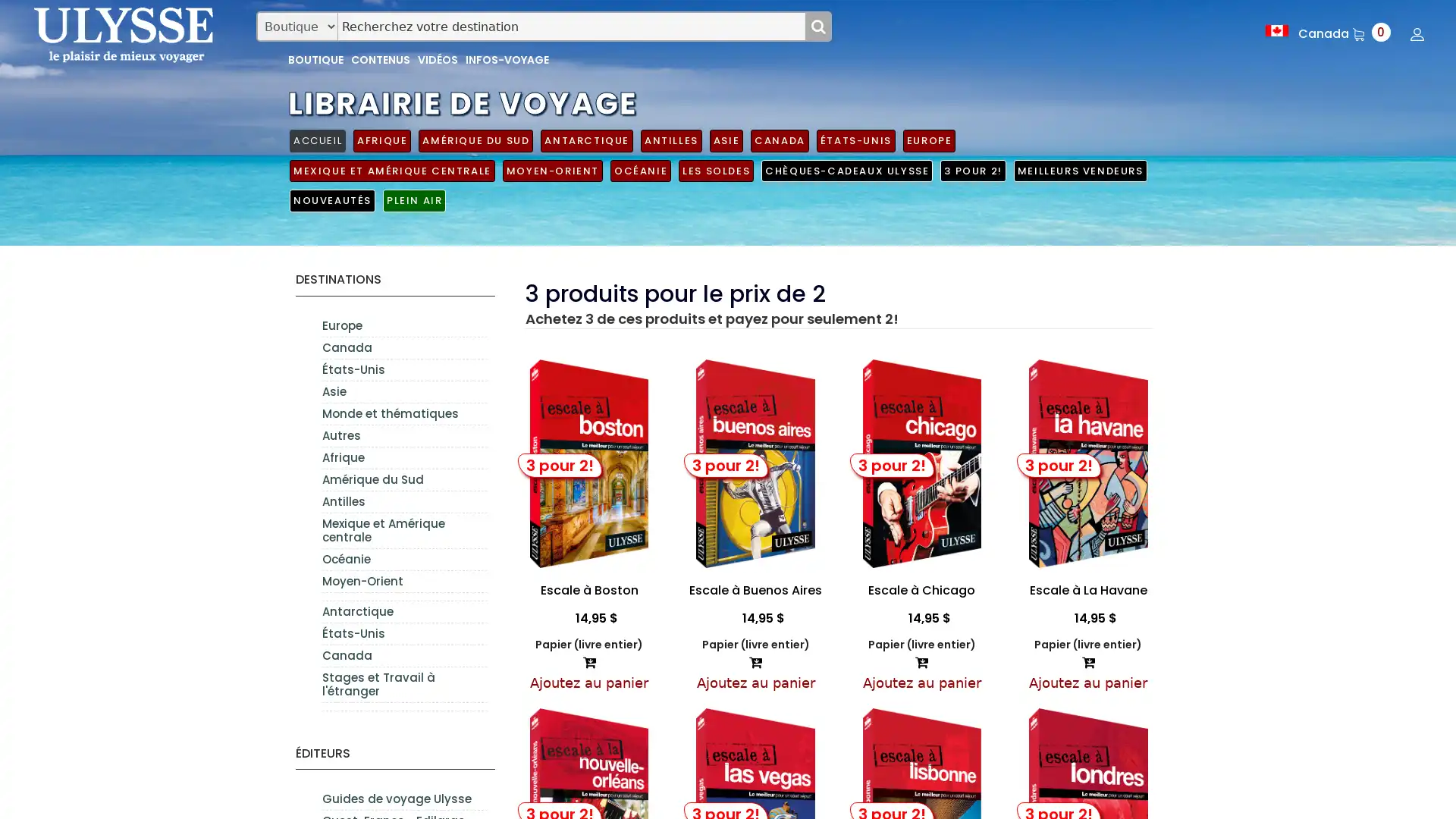  I want to click on Ajoutez au panier, so click(1087, 681).